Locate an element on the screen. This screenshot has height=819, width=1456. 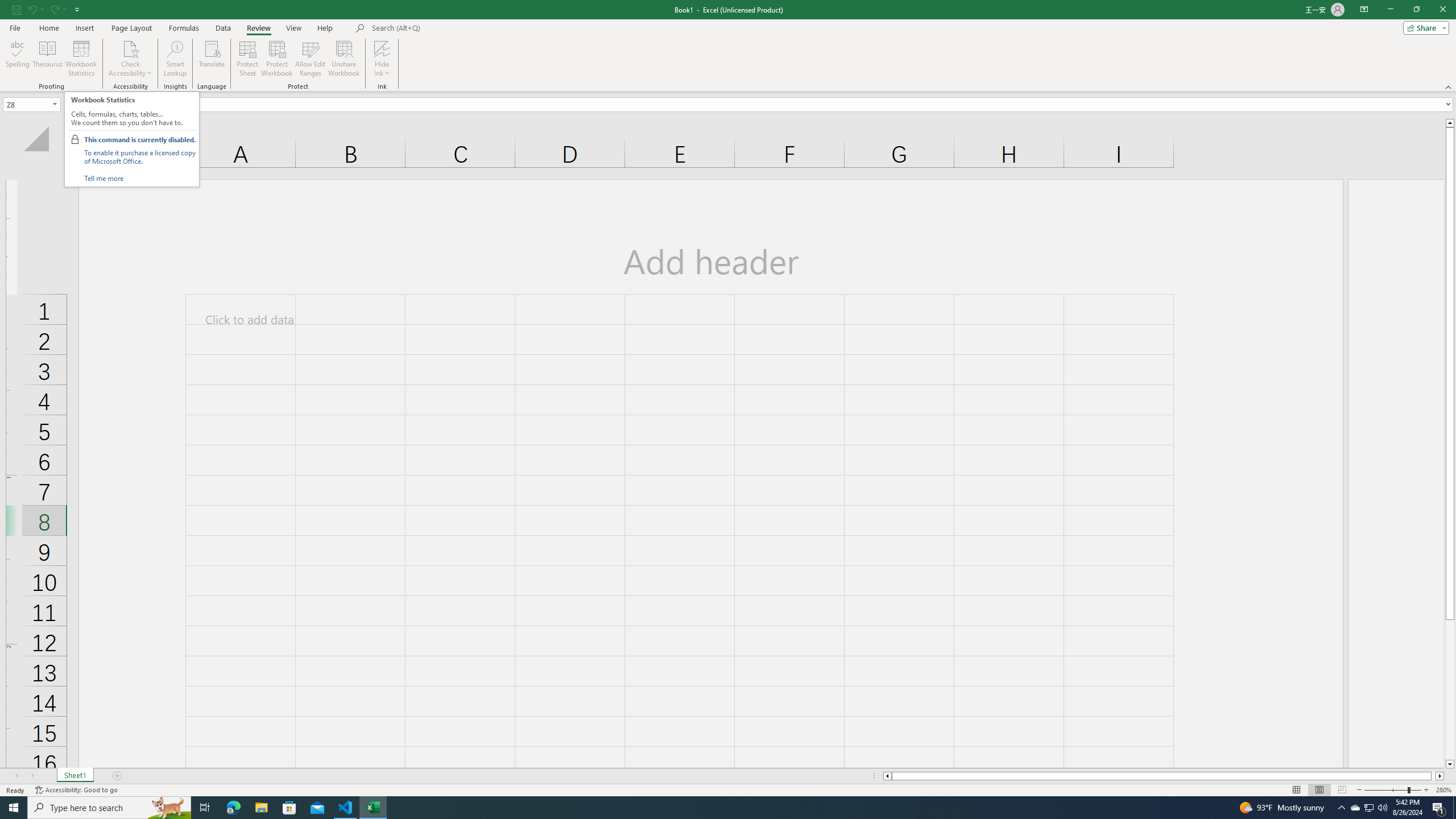
'Smart Lookup' is located at coordinates (175, 59).